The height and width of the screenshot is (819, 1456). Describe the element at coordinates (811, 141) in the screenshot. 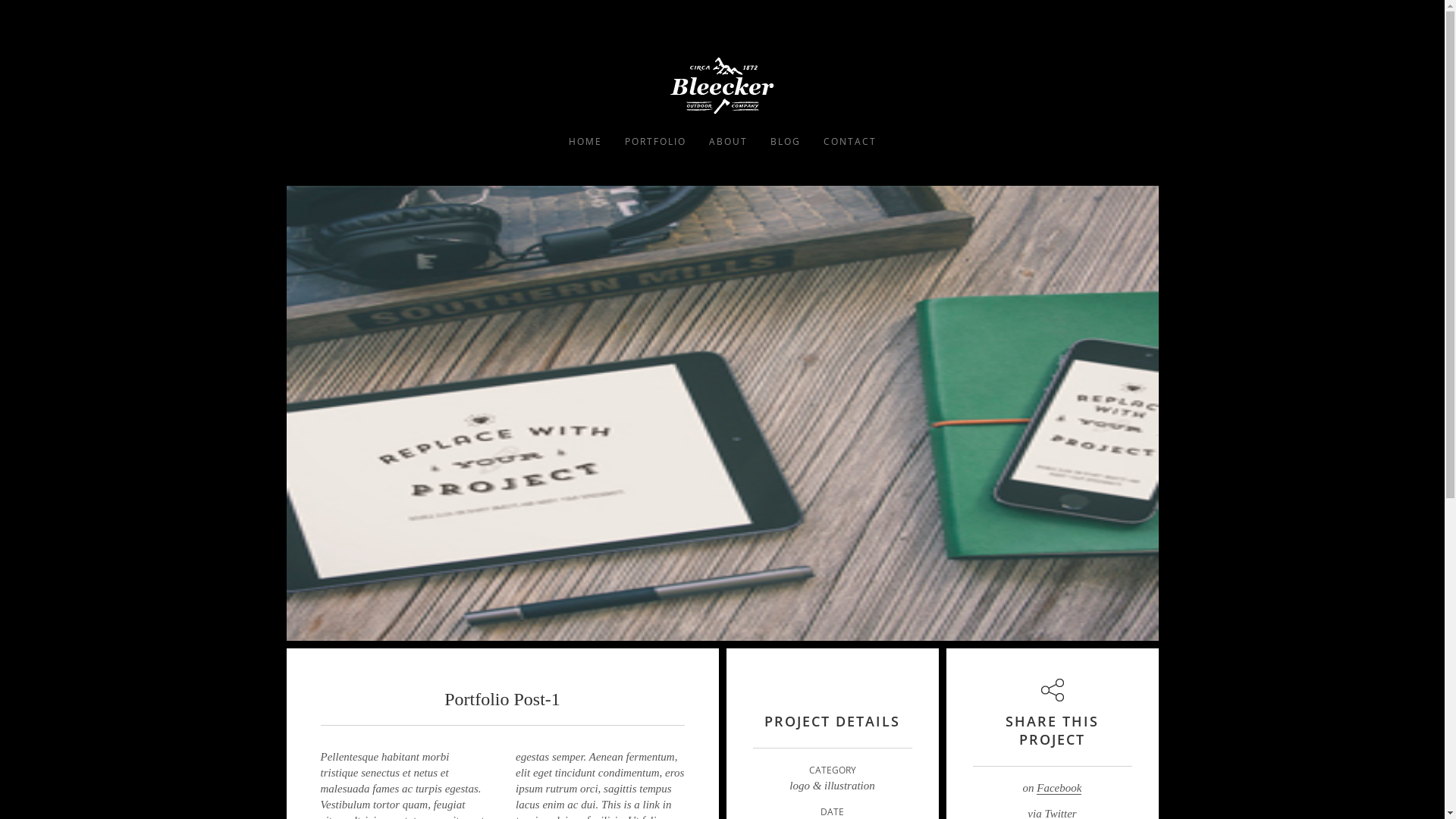

I see `'CONTACT'` at that location.